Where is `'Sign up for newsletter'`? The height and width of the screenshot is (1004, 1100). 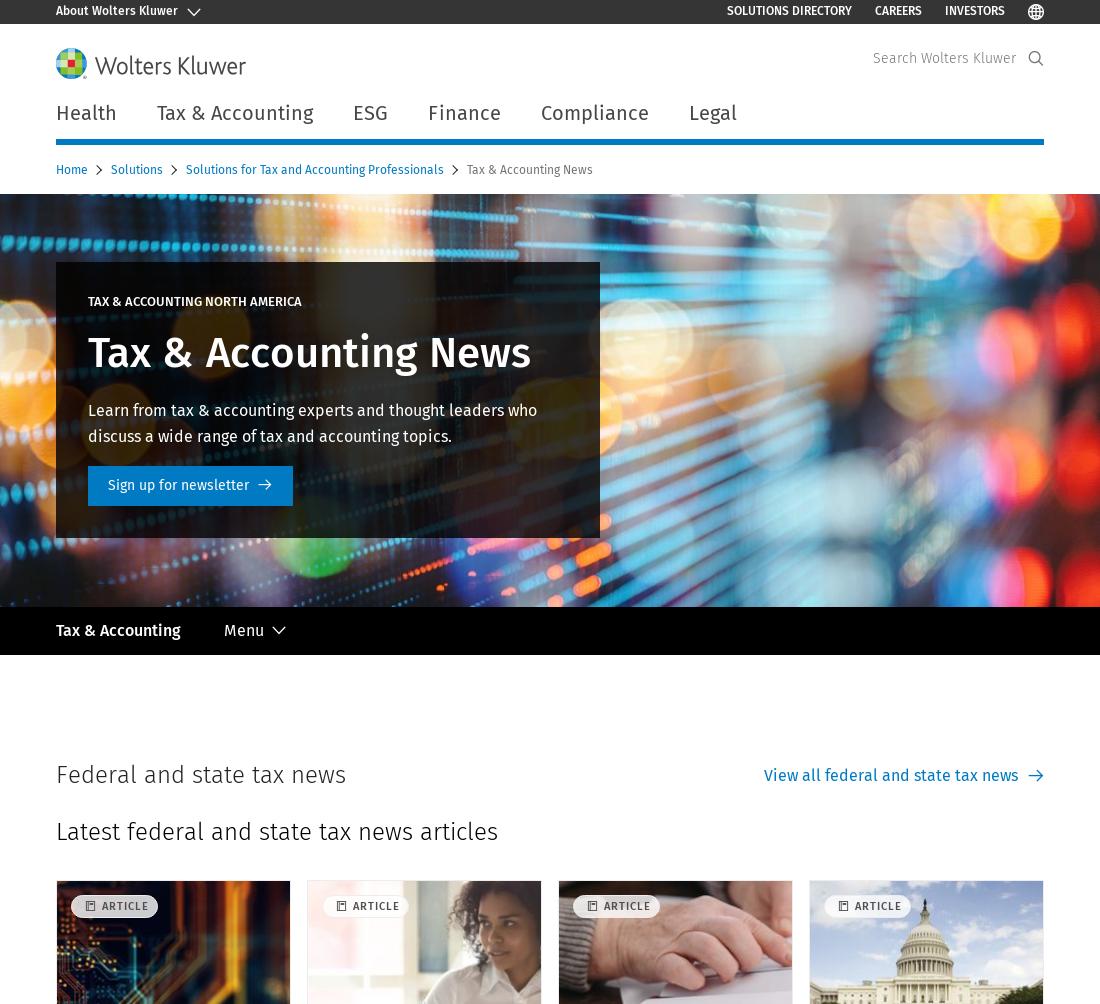
'Sign up for newsletter' is located at coordinates (177, 484).